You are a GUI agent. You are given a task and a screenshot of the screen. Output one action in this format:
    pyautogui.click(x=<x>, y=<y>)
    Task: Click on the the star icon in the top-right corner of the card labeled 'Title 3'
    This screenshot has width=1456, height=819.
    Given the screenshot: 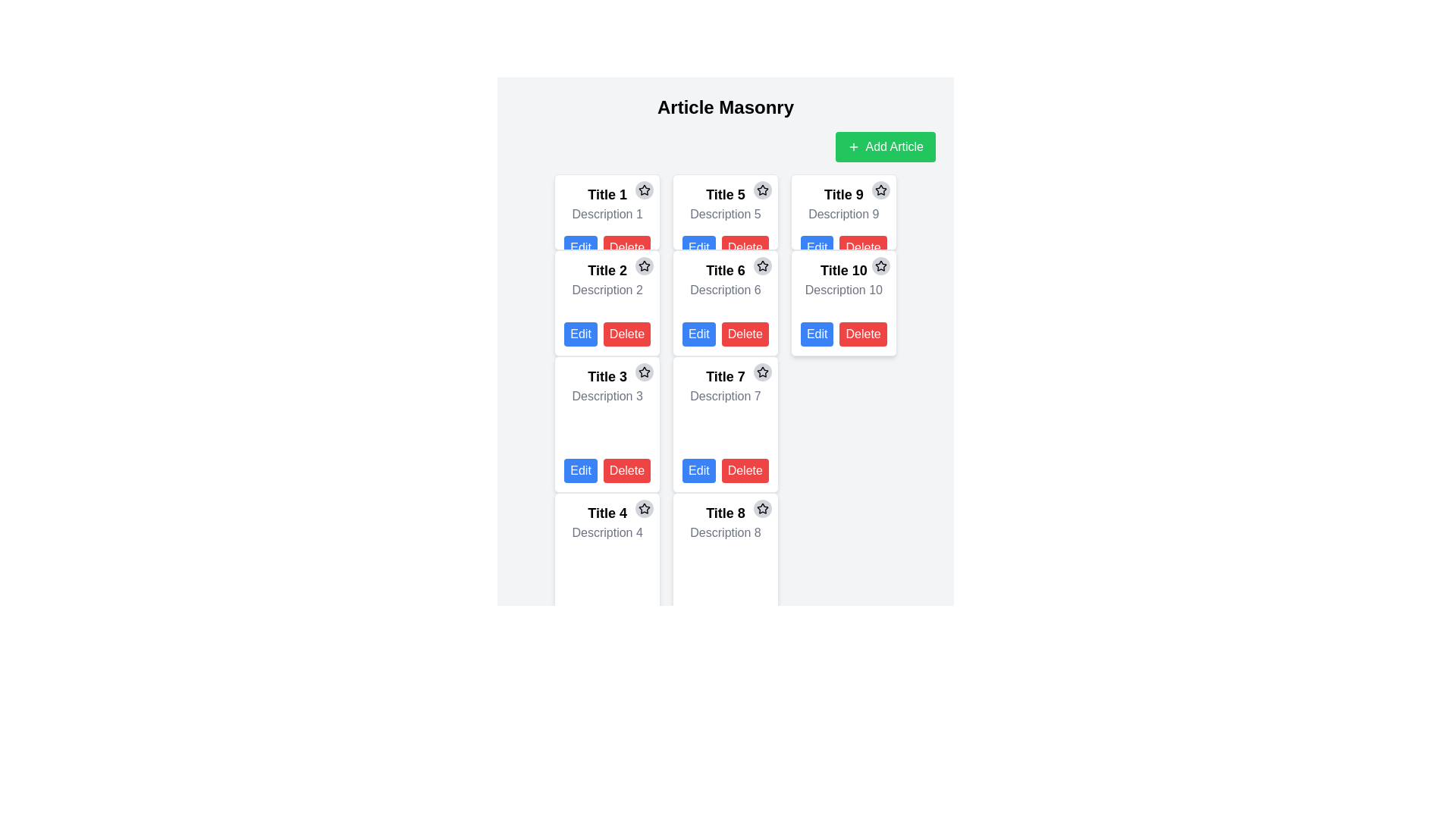 What is the action you would take?
    pyautogui.click(x=645, y=372)
    